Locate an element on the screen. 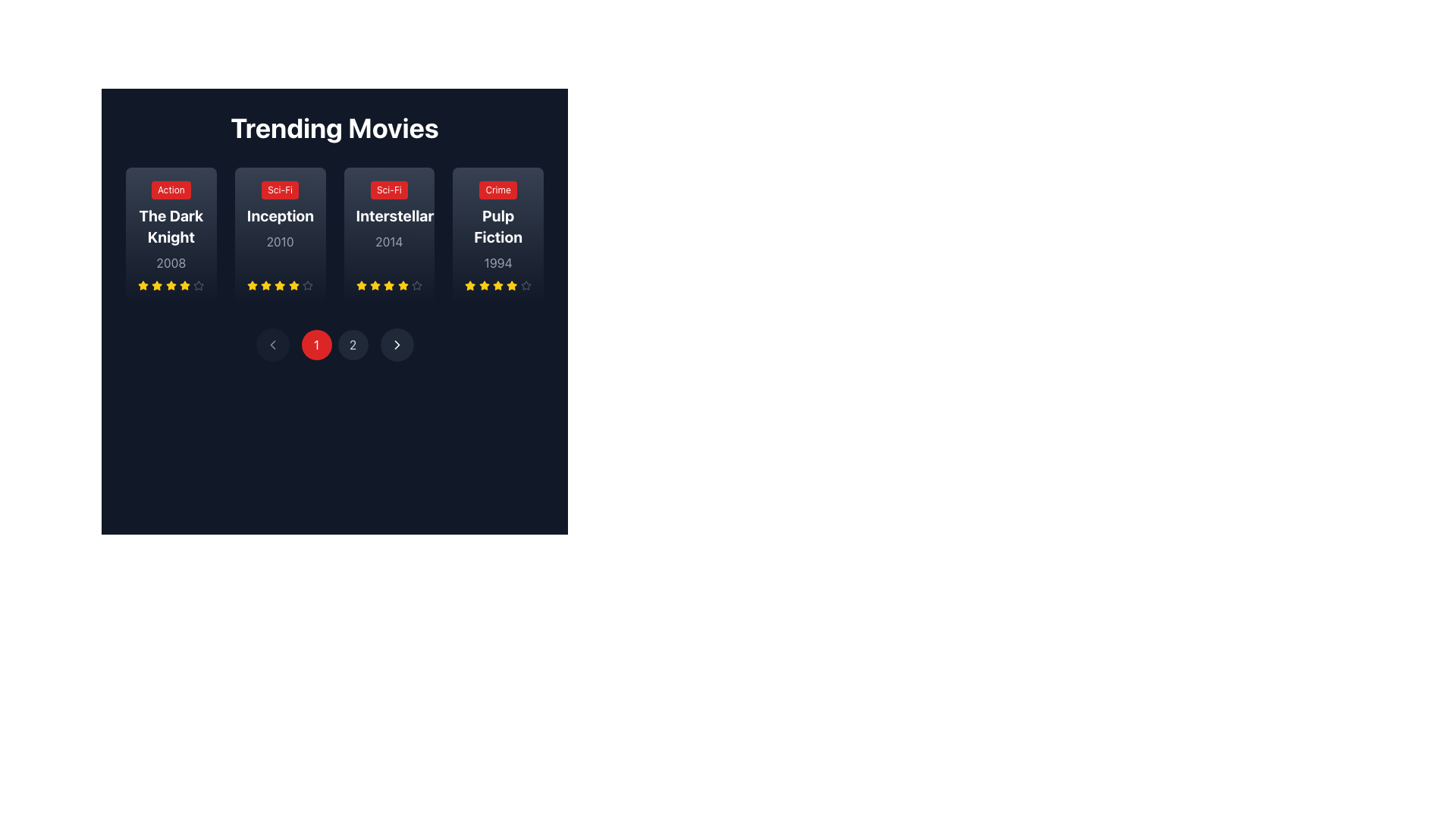  the text label indicating the release year of the movie 'Inception', located at the bottom of the movie card under the title text is located at coordinates (280, 241).